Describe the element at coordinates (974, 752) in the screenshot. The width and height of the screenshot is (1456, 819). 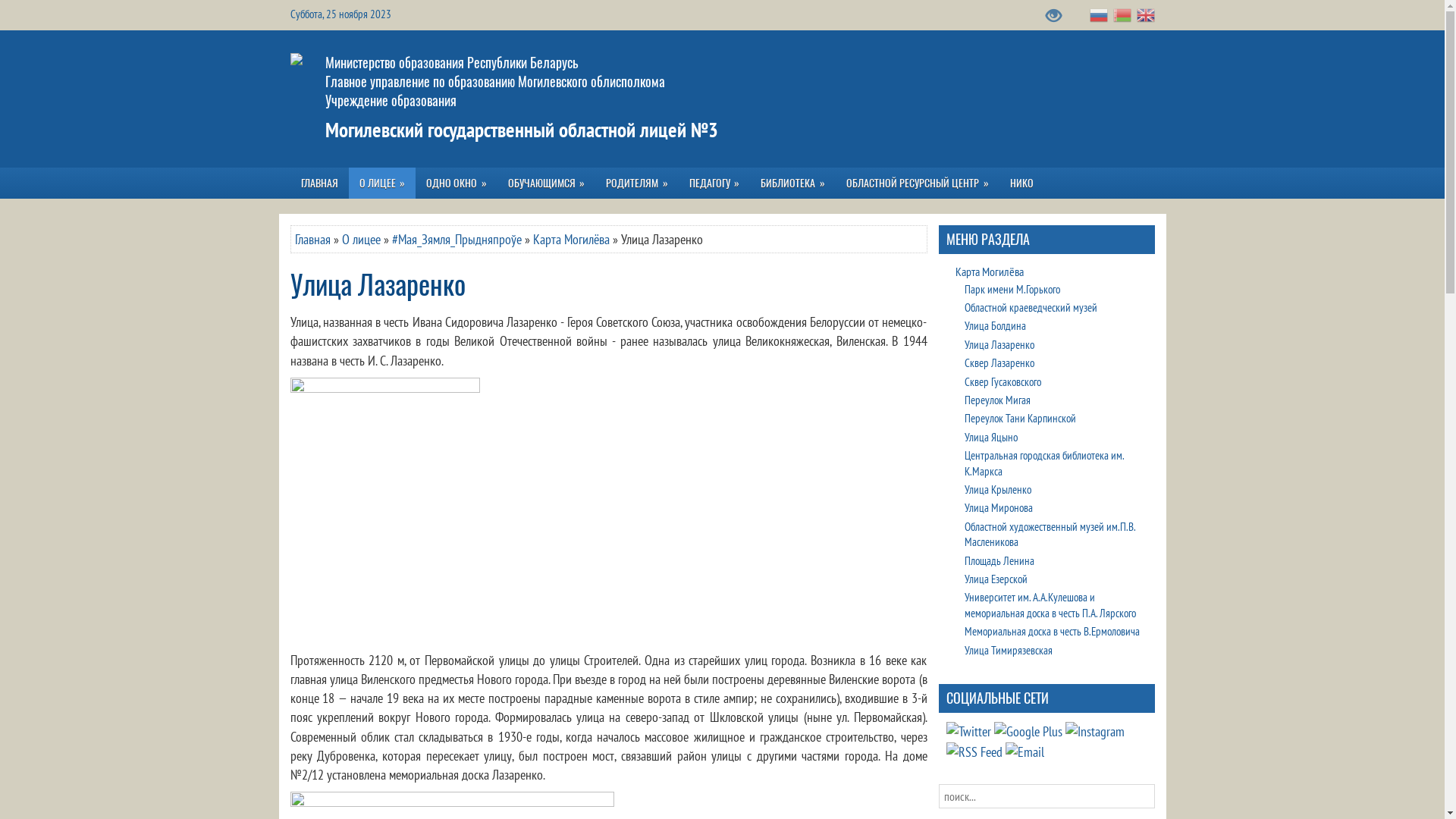
I see `'RSS Feed'` at that location.